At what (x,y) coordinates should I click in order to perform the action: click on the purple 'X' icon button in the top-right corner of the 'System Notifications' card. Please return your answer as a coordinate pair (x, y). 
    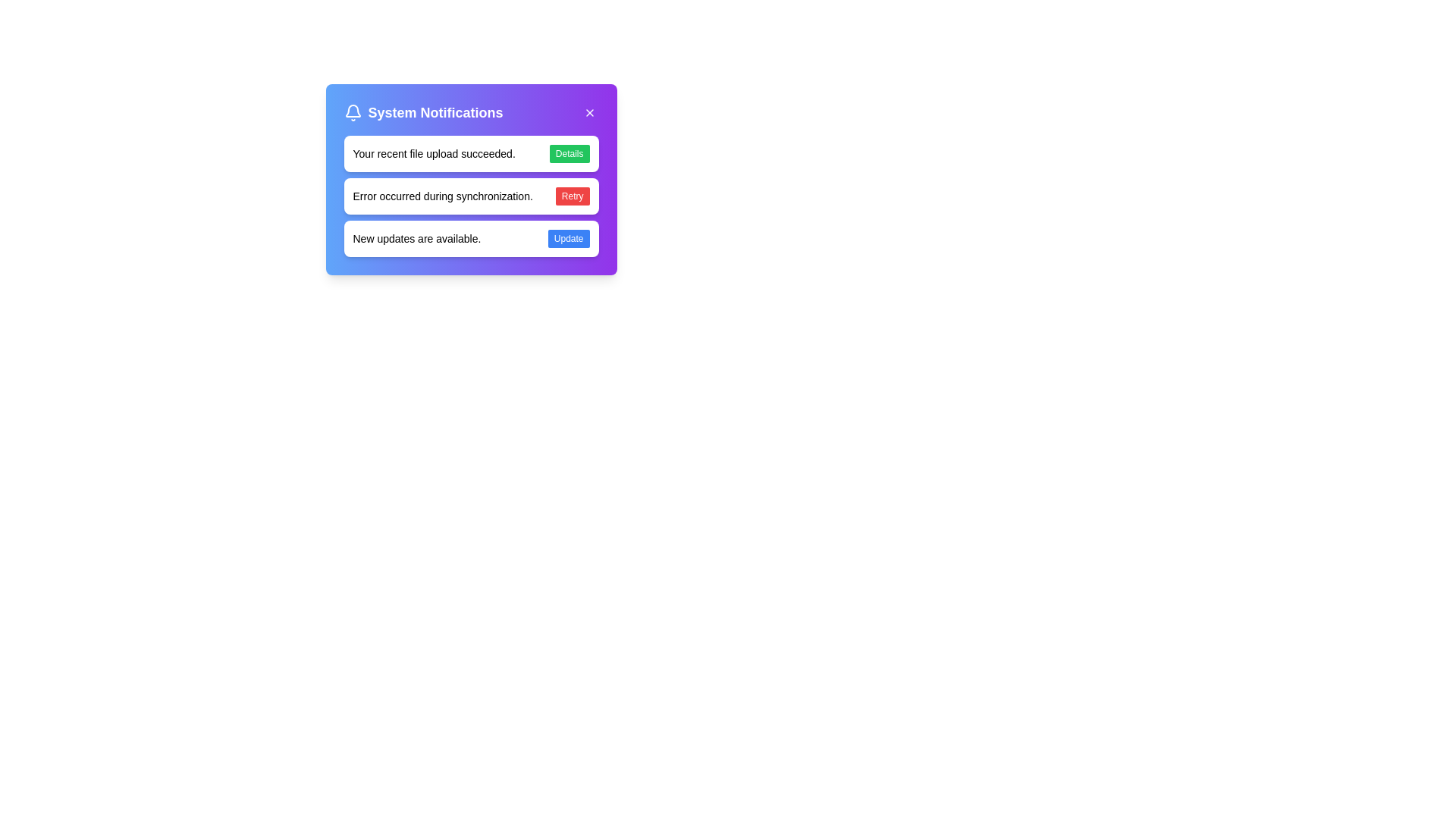
    Looking at the image, I should click on (588, 112).